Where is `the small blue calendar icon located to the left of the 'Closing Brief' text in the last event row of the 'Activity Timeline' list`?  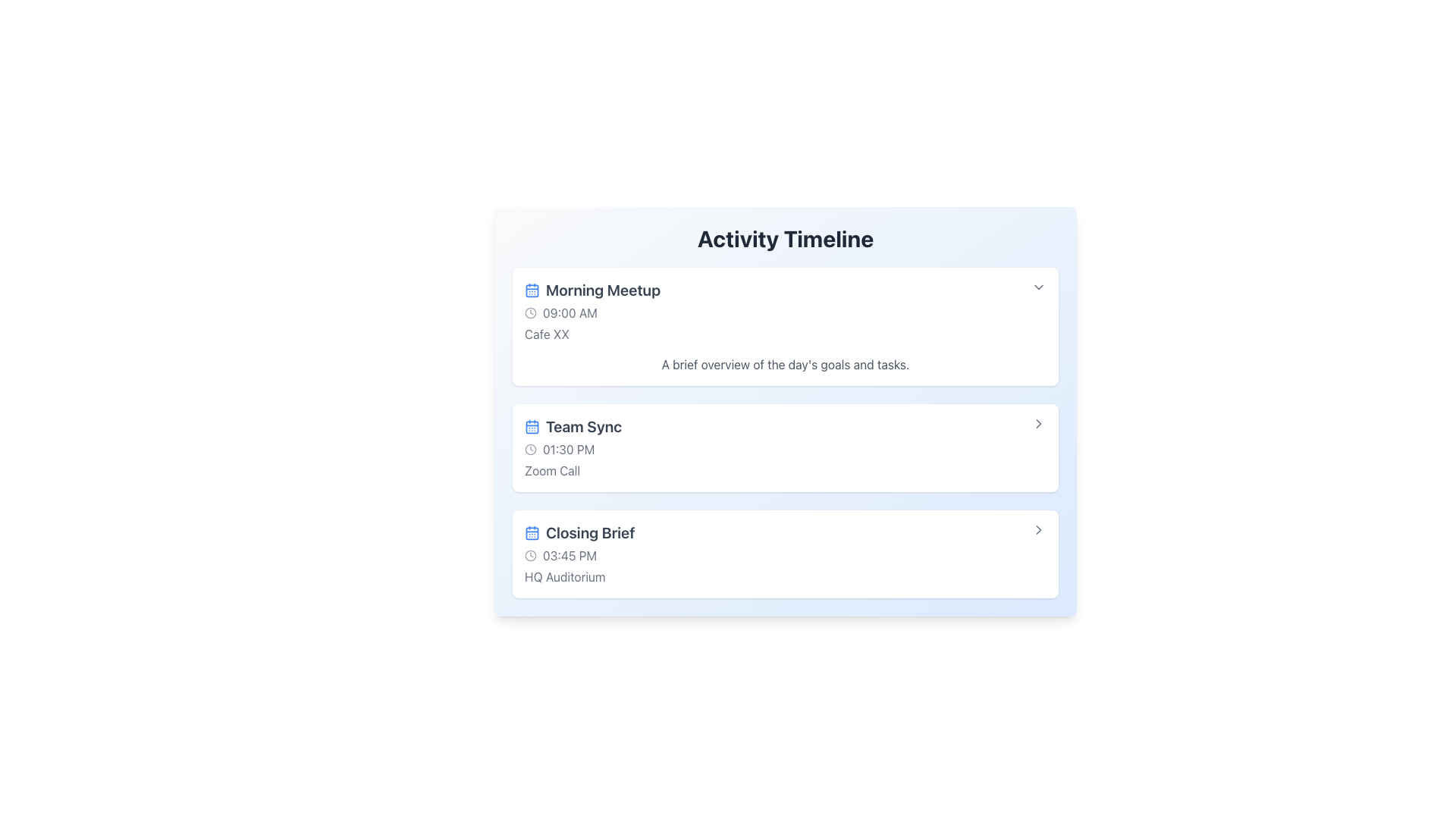
the small blue calendar icon located to the left of the 'Closing Brief' text in the last event row of the 'Activity Timeline' list is located at coordinates (532, 532).